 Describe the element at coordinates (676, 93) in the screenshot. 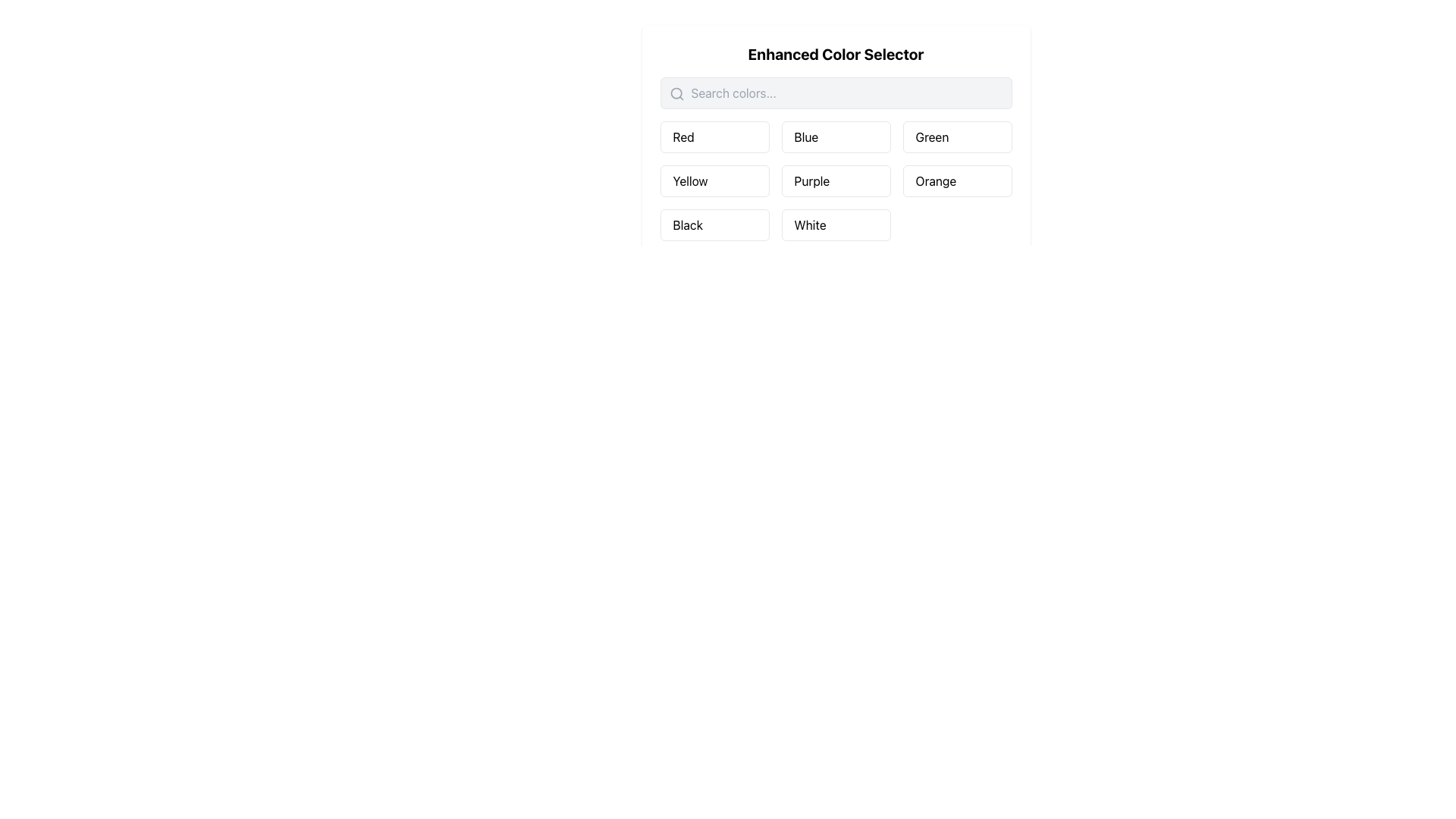

I see `the magnifying glass icon representing the search functionality, located inside the search input field on the left side` at that location.